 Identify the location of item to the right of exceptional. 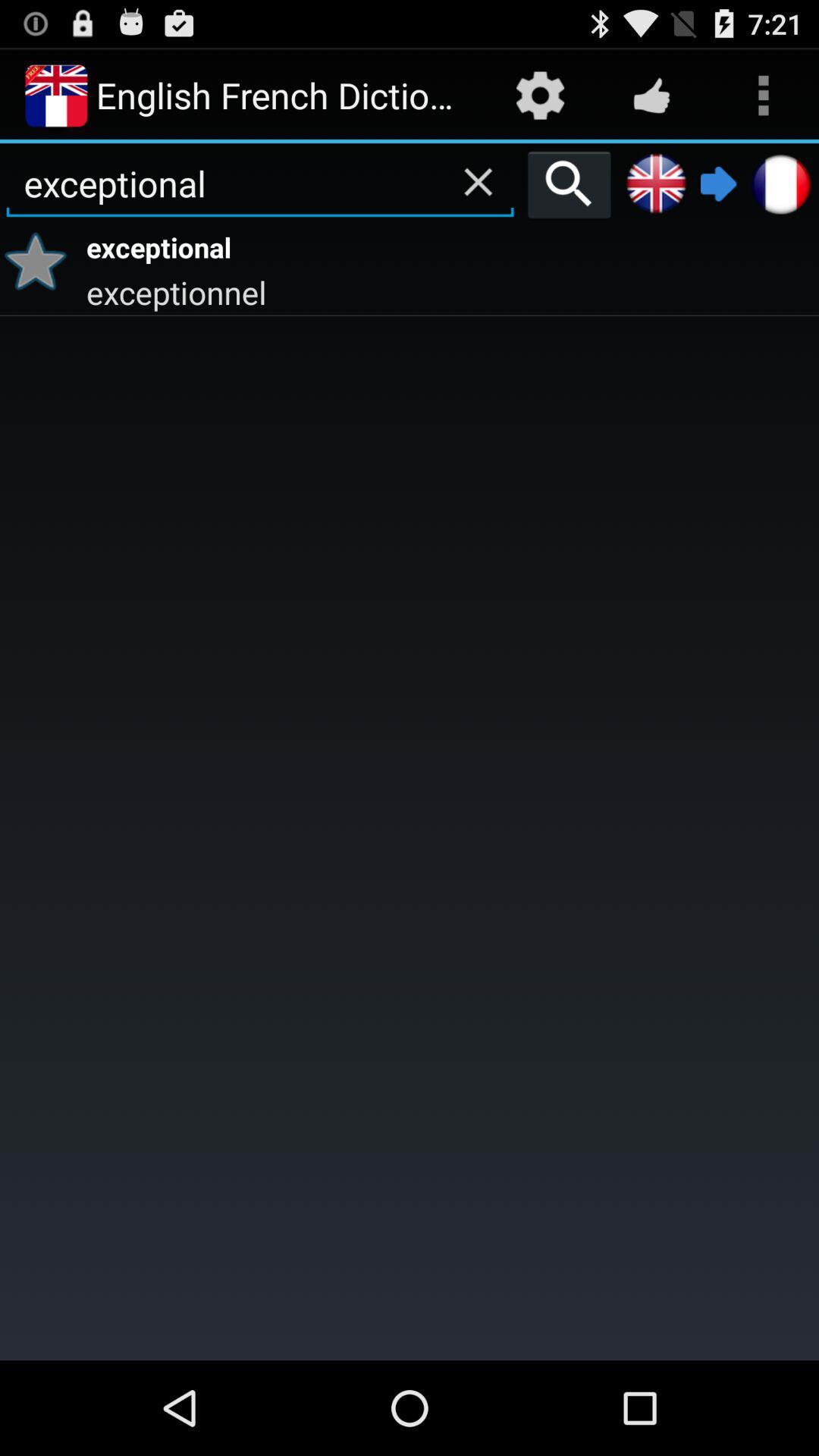
(569, 184).